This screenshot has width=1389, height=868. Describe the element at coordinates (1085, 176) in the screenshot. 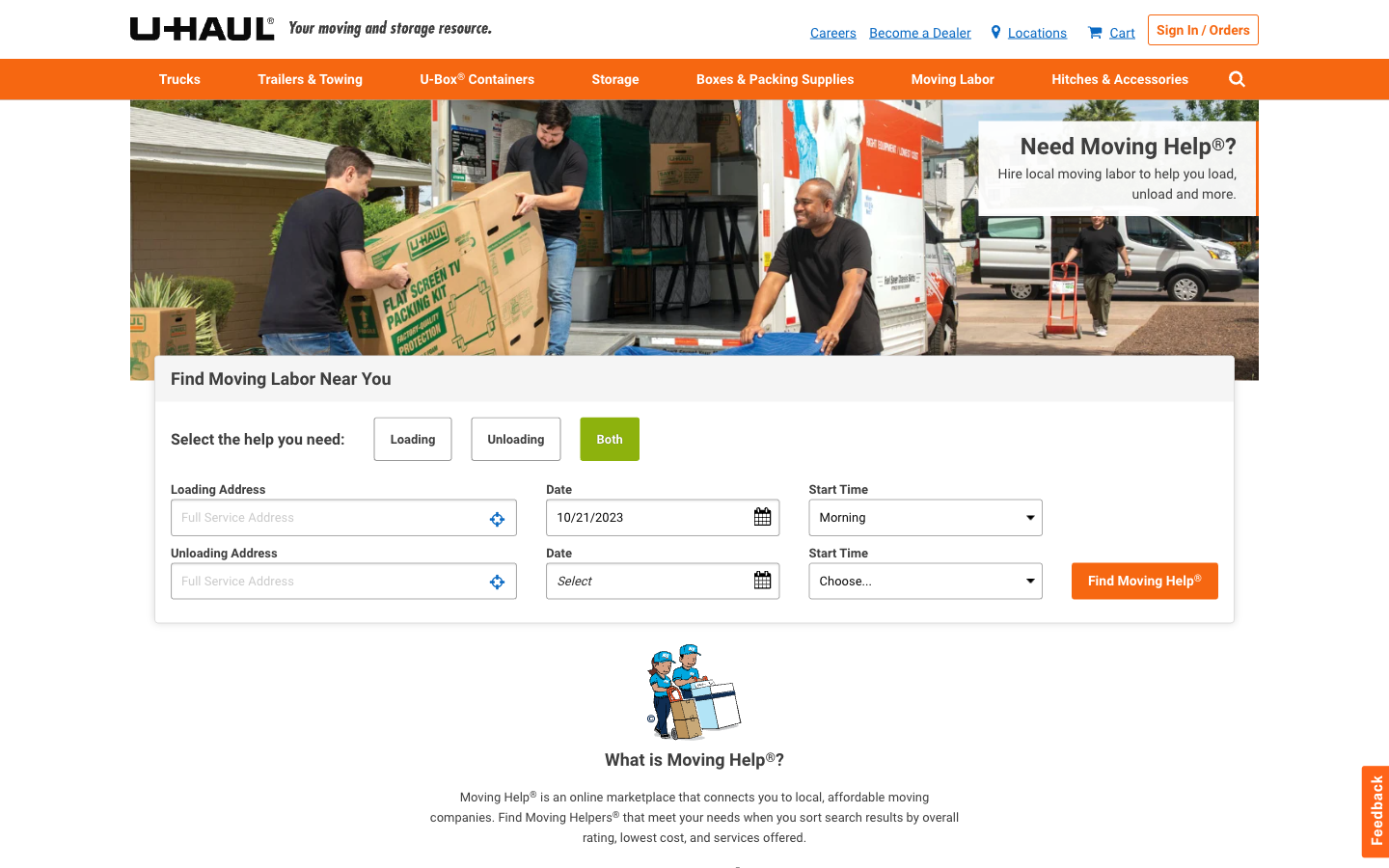

I see `Require local assistance for relocation` at that location.